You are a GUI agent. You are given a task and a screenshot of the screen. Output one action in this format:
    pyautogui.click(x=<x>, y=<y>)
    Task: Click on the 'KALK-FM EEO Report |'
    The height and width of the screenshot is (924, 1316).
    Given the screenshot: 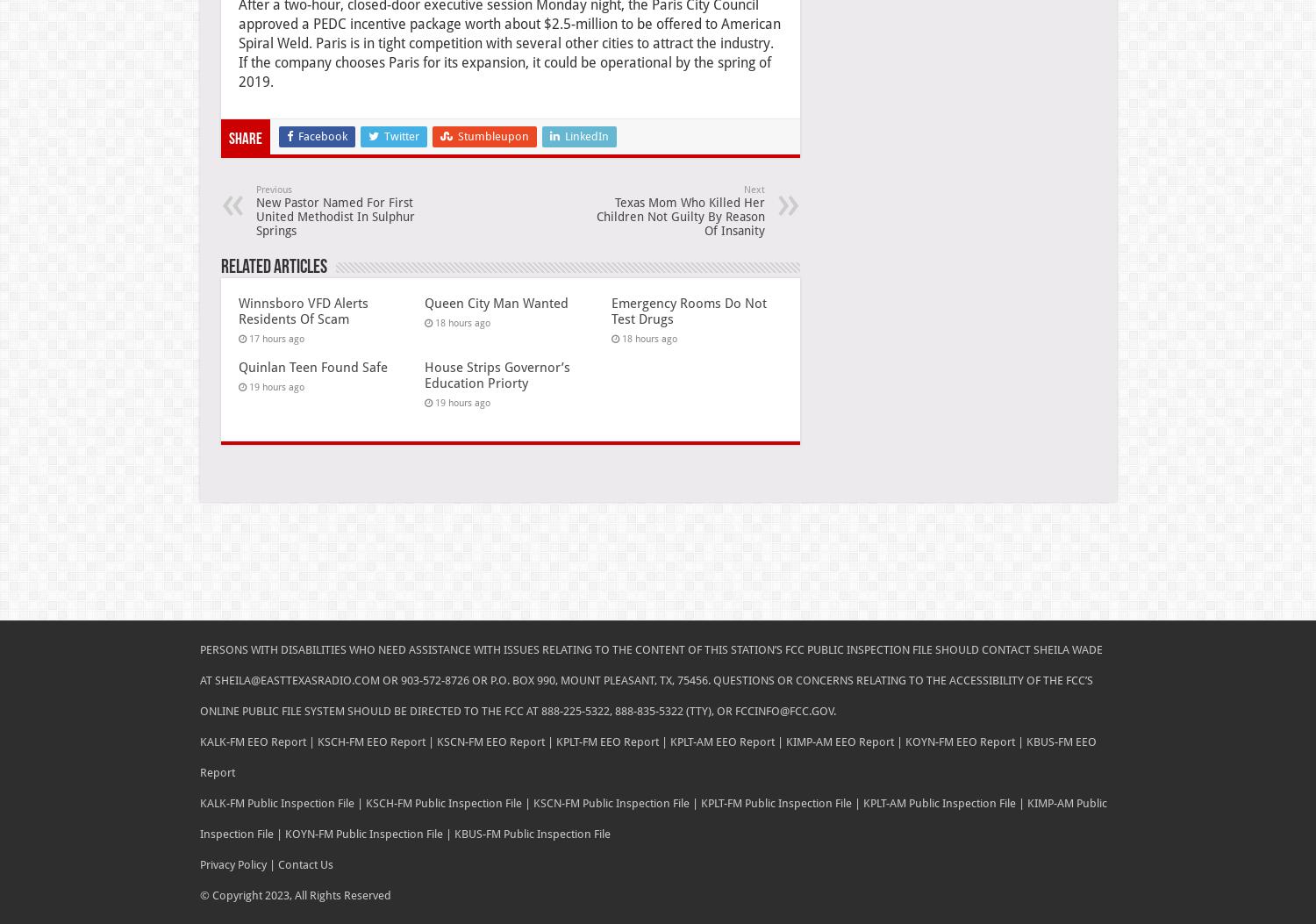 What is the action you would take?
    pyautogui.click(x=256, y=740)
    